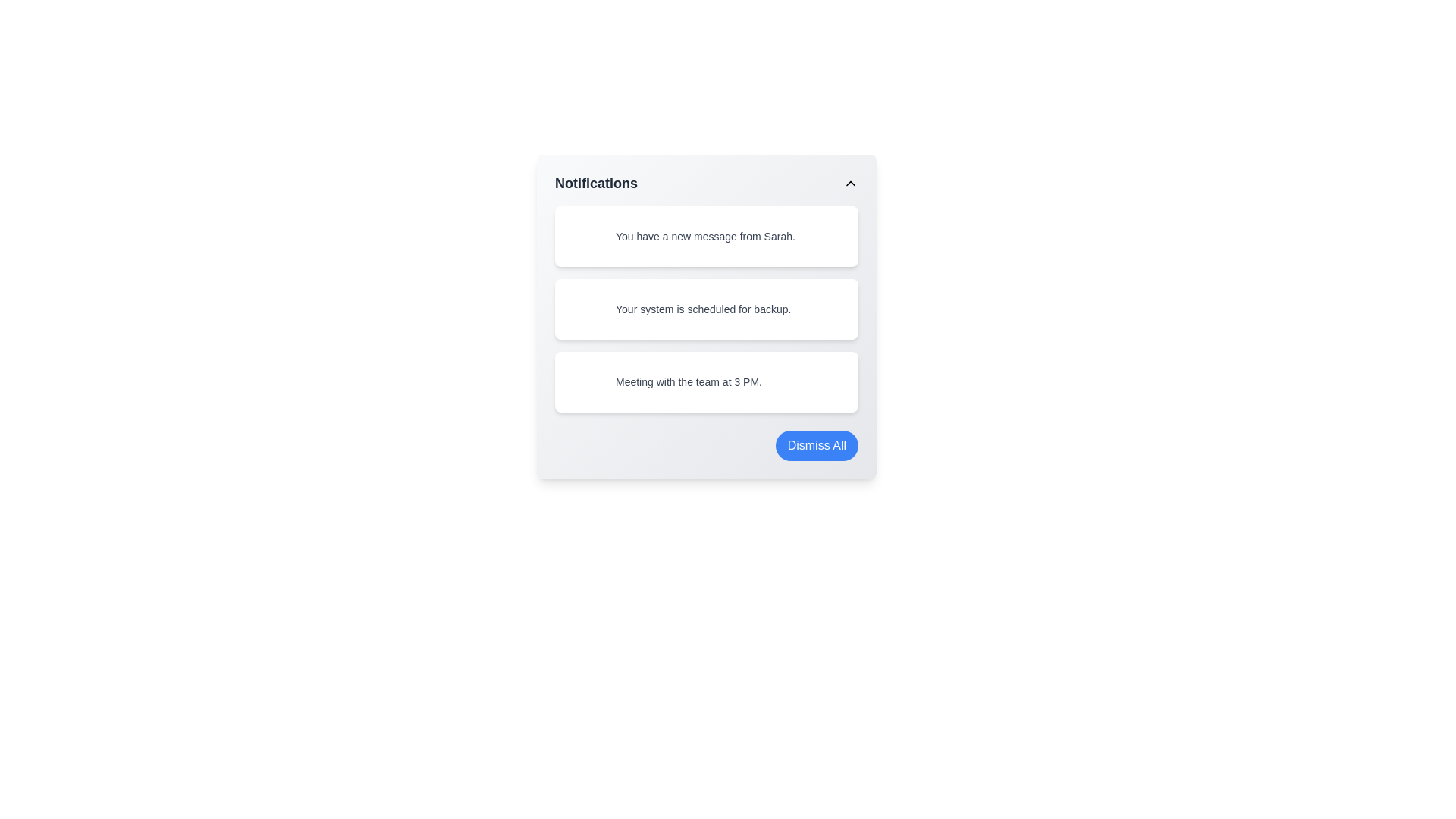 The image size is (1456, 819). Describe the element at coordinates (851, 183) in the screenshot. I see `the upward-facing chevron icon in the top-right corner of the notifications widget` at that location.